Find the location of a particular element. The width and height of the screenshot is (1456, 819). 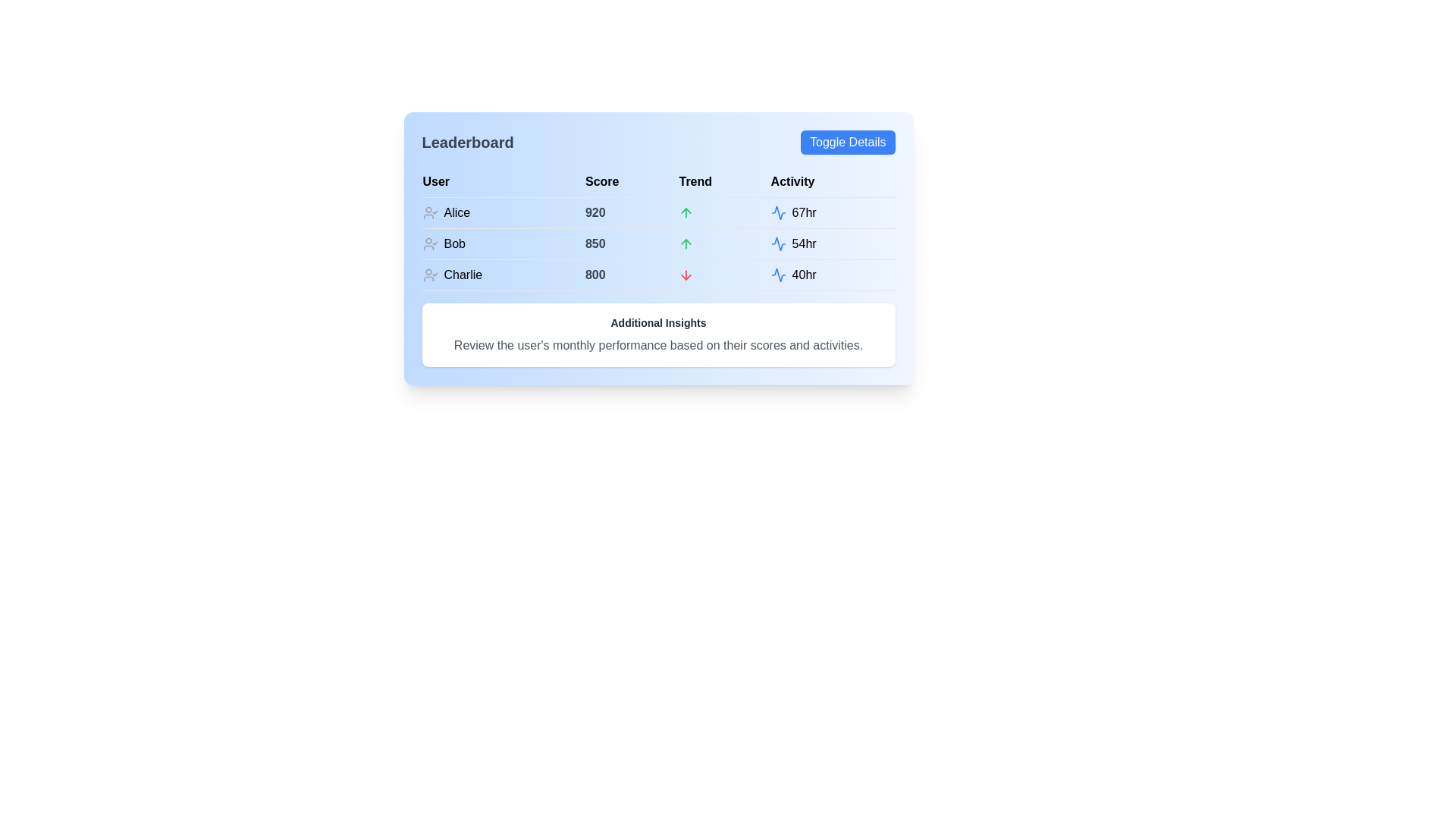

the user confirmation icon with a gray color and checkmark, located next to the name 'Bob' in the leaderboard list is located at coordinates (429, 243).